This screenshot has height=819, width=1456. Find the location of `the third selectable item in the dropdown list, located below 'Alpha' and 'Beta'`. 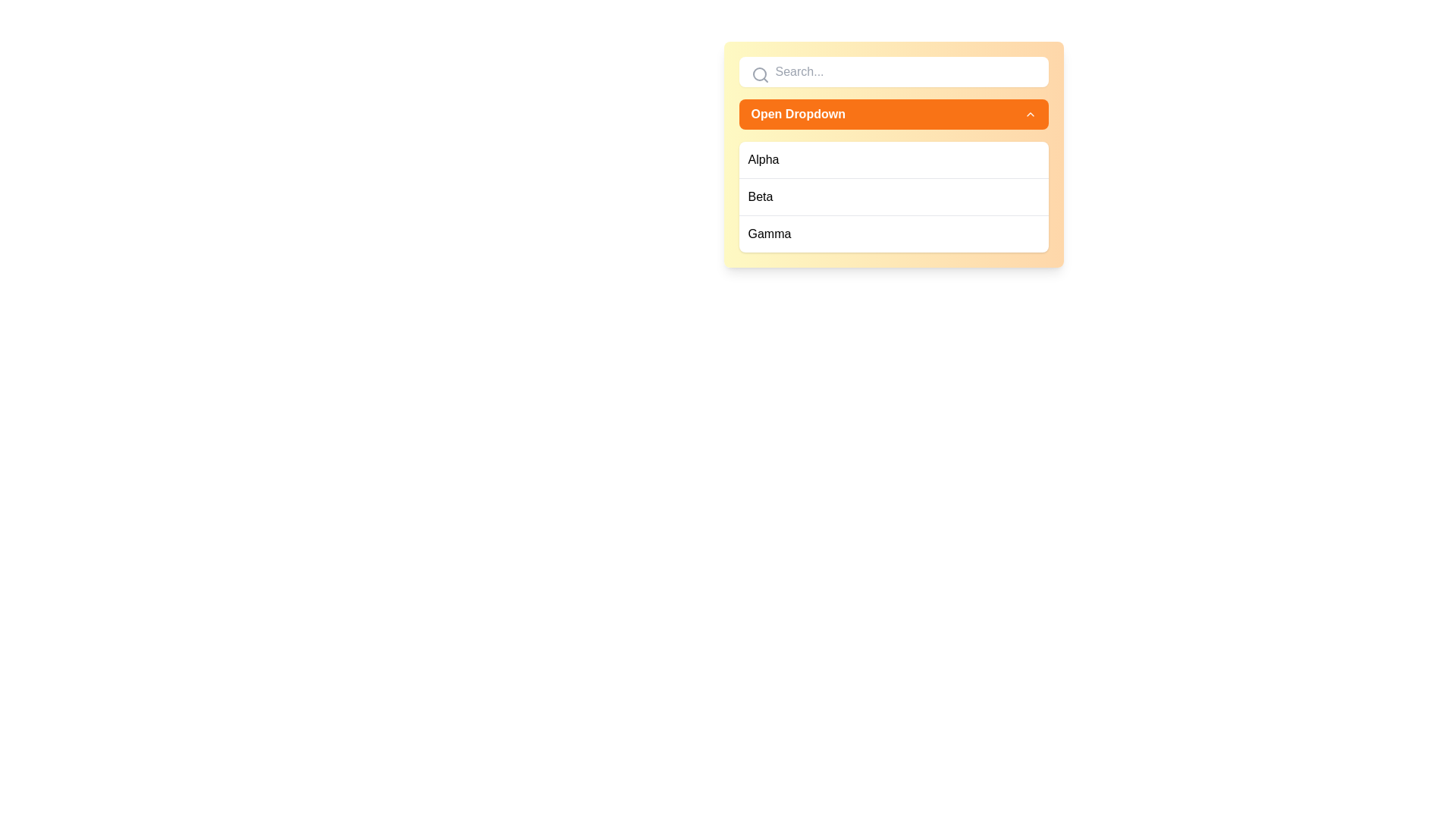

the third selectable item in the dropdown list, located below 'Alpha' and 'Beta' is located at coordinates (769, 234).